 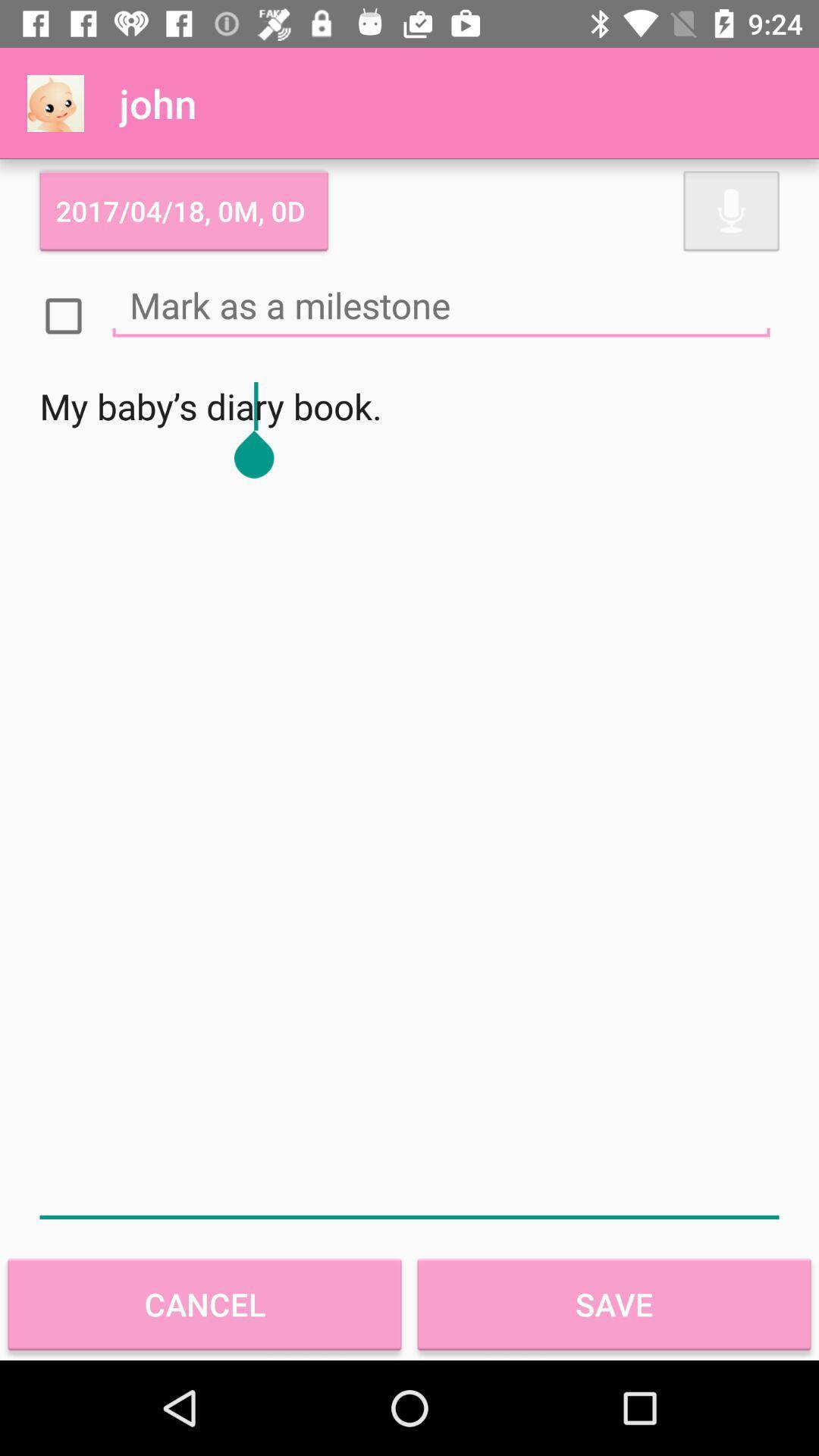 I want to click on app next to the john item, so click(x=55, y=102).